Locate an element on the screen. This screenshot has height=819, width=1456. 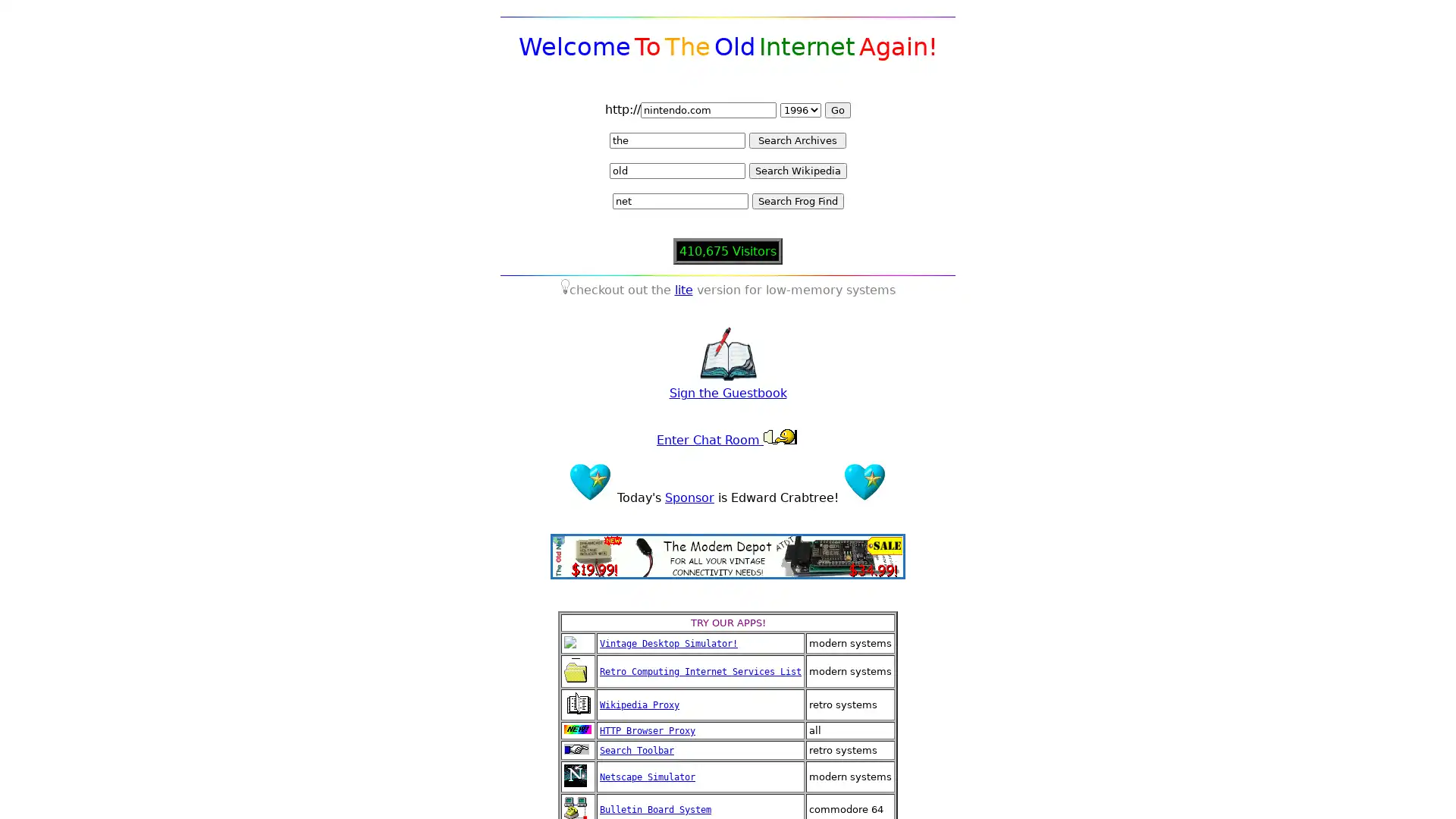
Search Frog Find is located at coordinates (796, 200).